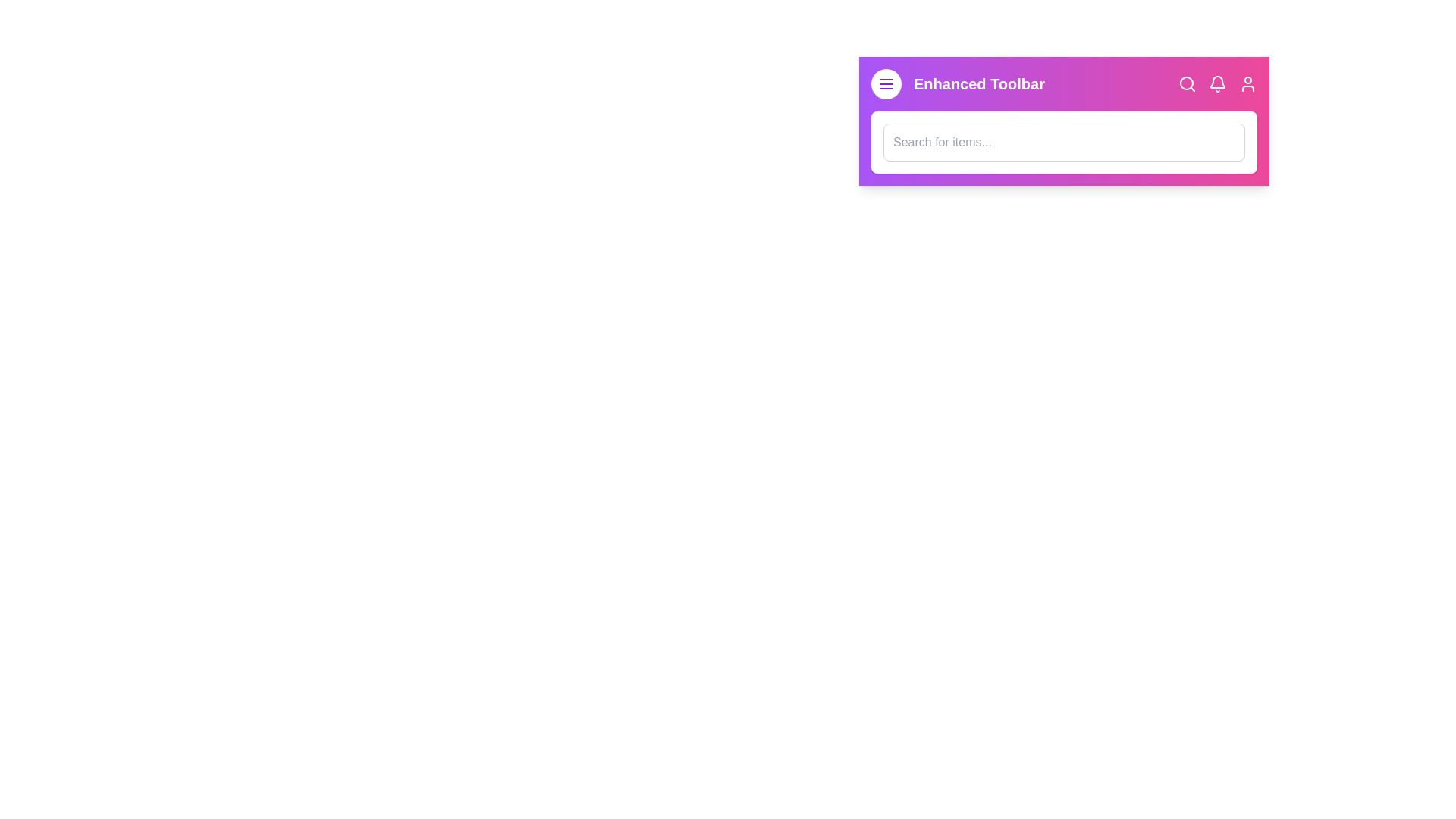  What do you see at coordinates (1248, 84) in the screenshot?
I see `the user icon to access user settings` at bounding box center [1248, 84].